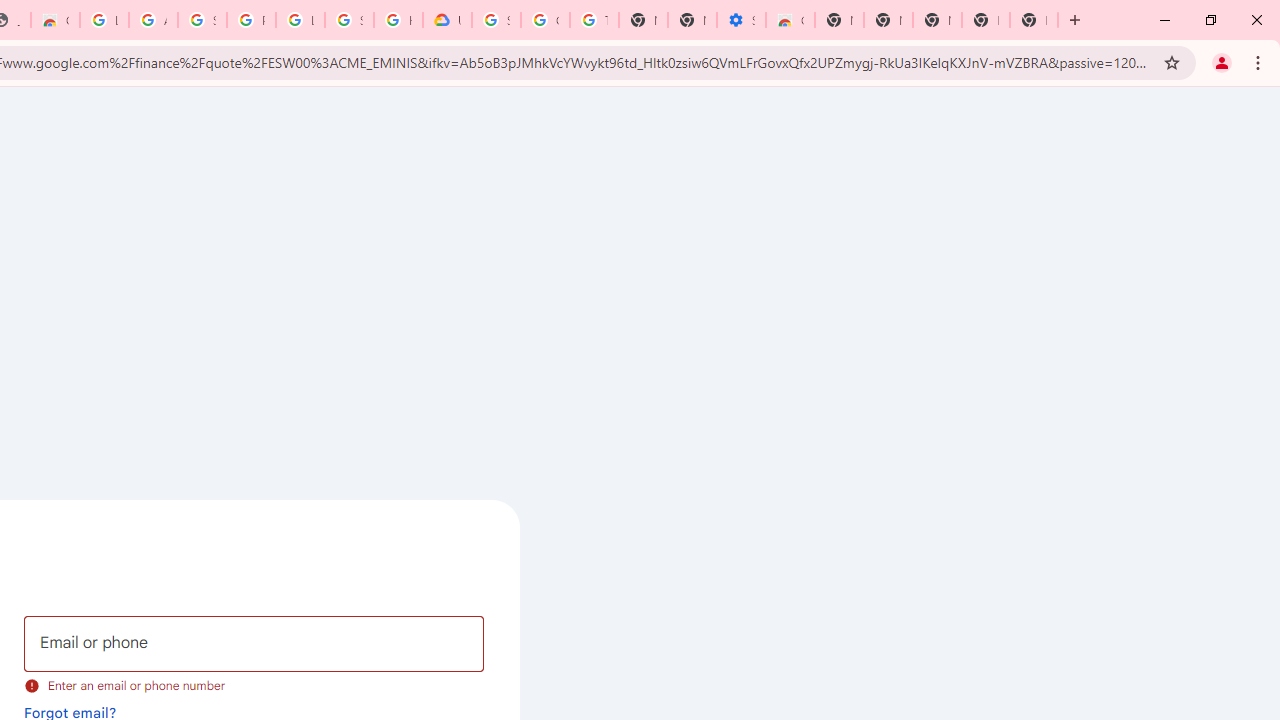  Describe the element at coordinates (55, 20) in the screenshot. I see `'Chrome Web Store - Household'` at that location.